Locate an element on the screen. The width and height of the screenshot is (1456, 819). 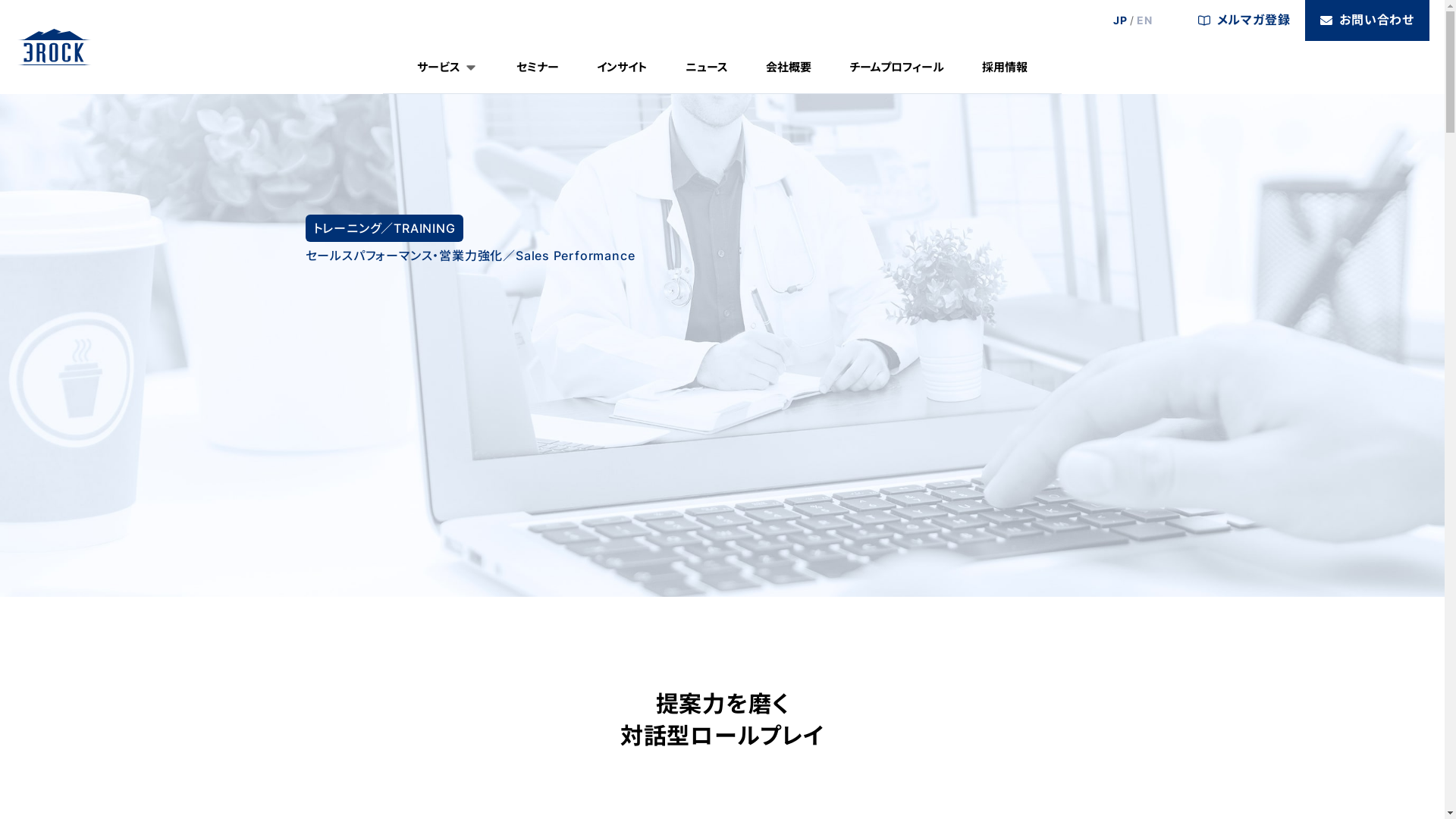
'EN' is located at coordinates (1144, 20).